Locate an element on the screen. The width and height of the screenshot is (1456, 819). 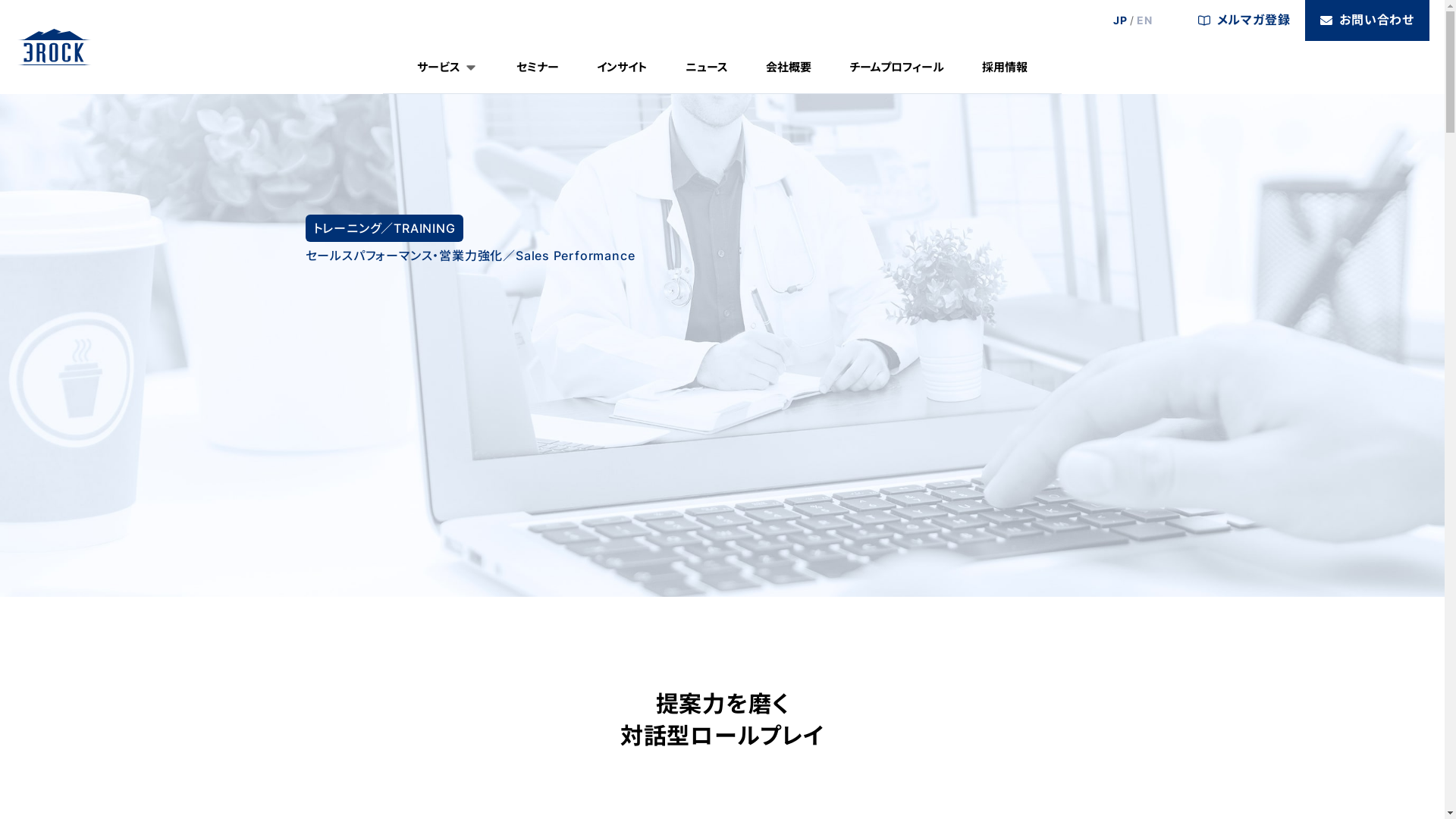
'EN' is located at coordinates (1144, 20).